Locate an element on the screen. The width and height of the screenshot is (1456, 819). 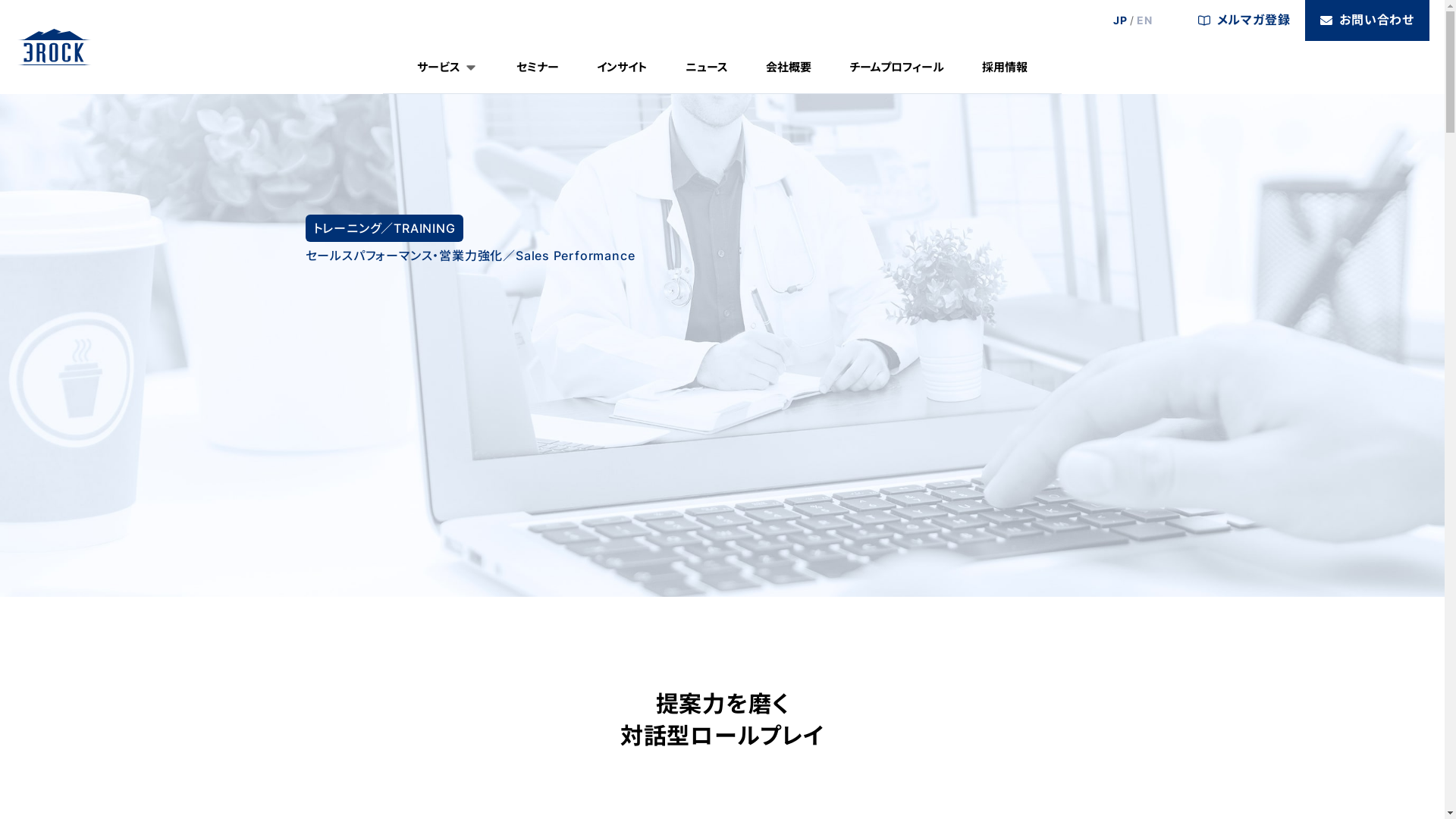
'EN' is located at coordinates (1144, 20).